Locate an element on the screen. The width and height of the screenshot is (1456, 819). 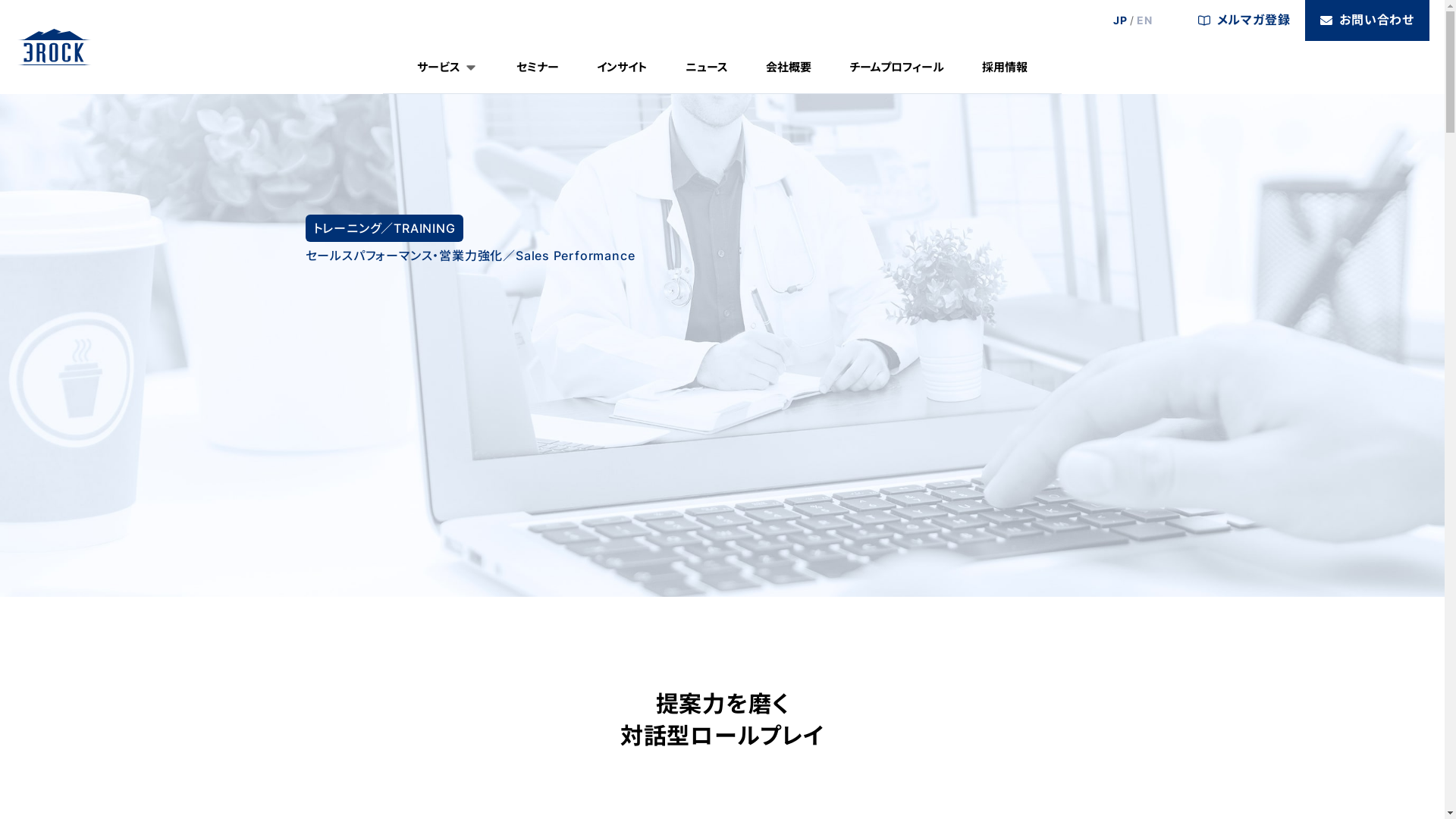
'EN' is located at coordinates (1144, 20).